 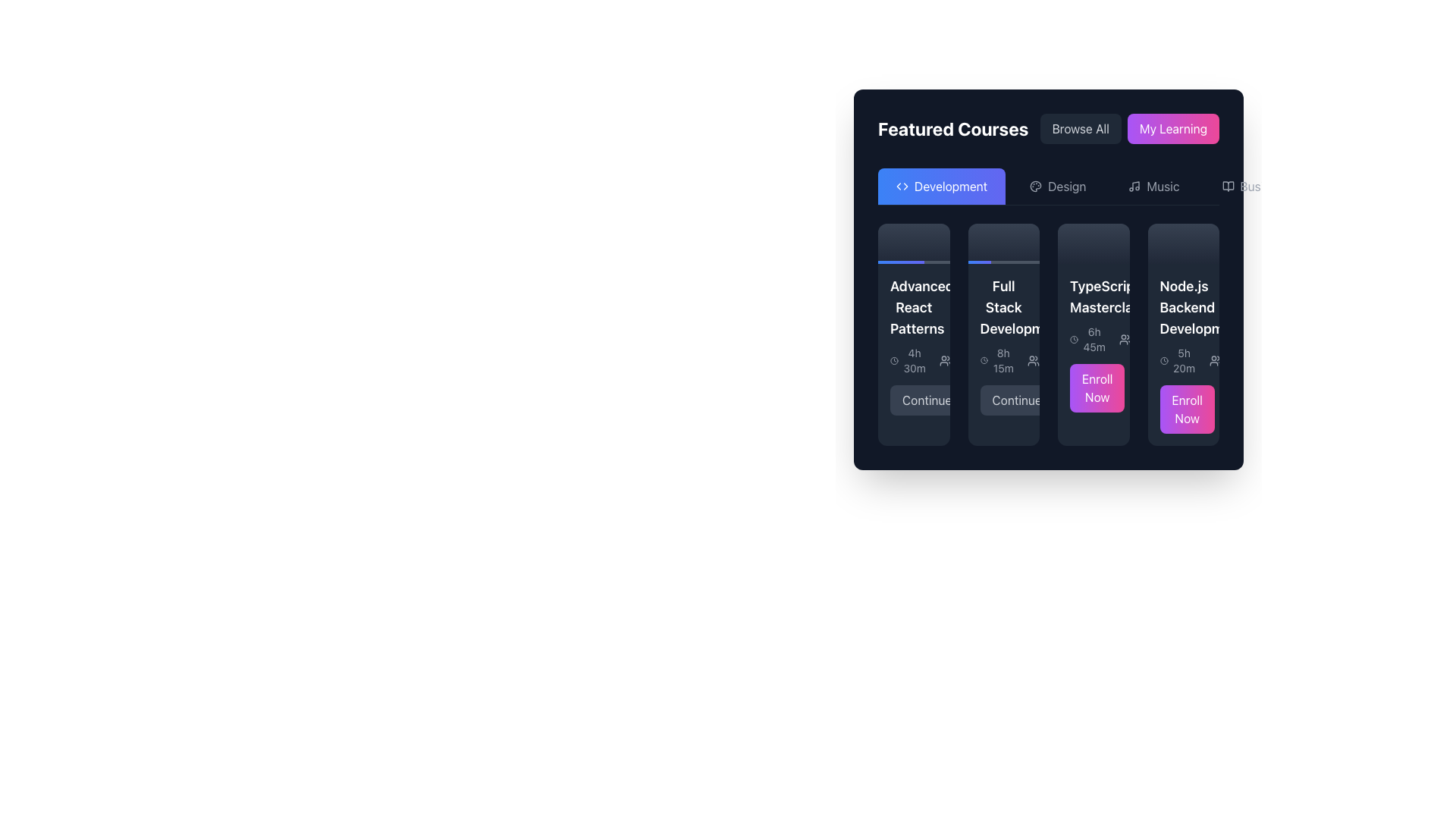 I want to click on the button located at the bottom center of the 'Advanced React Patterns' course card, so click(x=913, y=400).